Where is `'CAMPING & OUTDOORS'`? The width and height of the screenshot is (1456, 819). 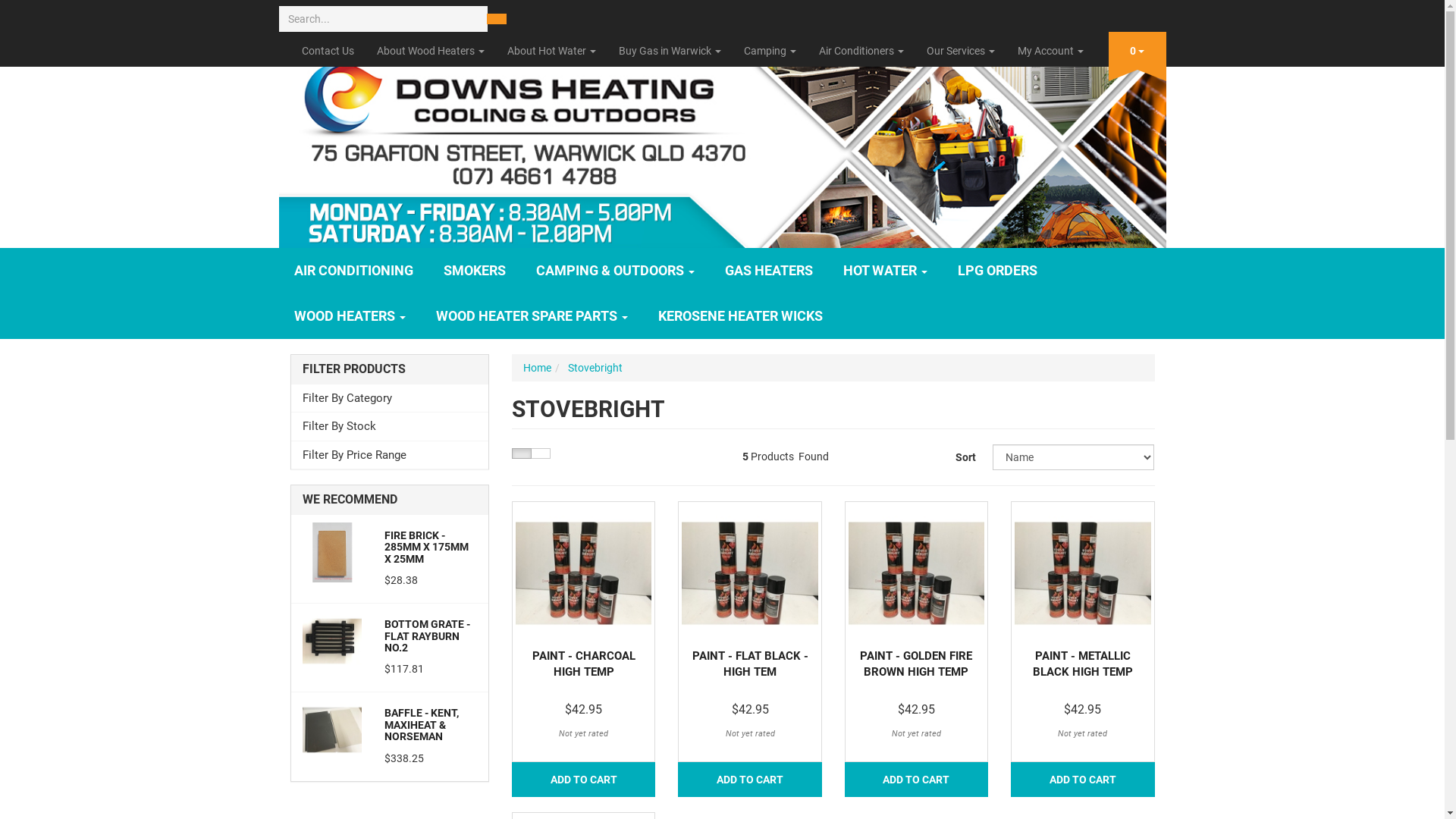 'CAMPING & OUTDOORS' is located at coordinates (520, 270).